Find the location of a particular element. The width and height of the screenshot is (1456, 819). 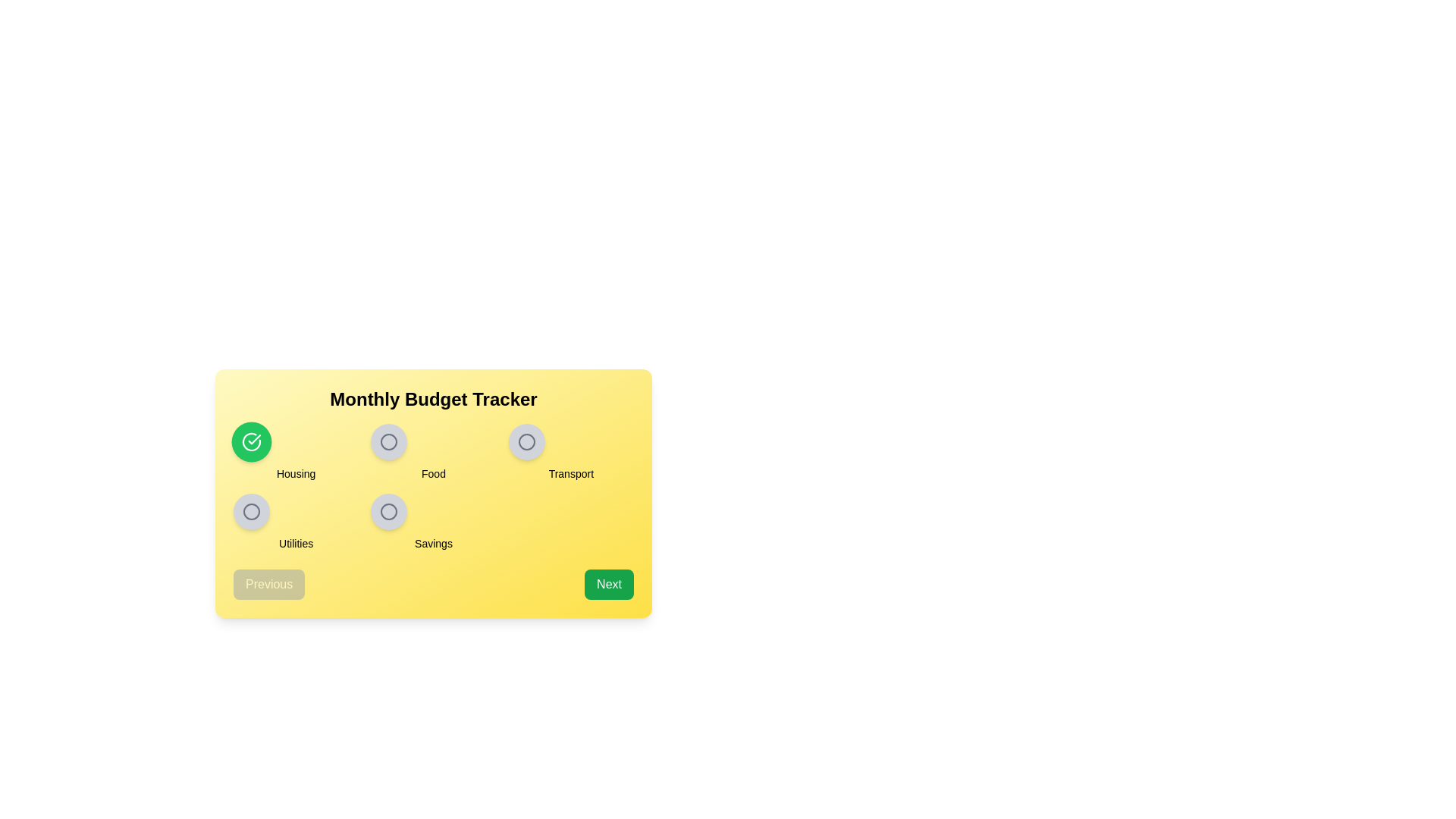

the 'Savings' radio button option located in the bottom row of the interface for visual feedback is located at coordinates (389, 512).